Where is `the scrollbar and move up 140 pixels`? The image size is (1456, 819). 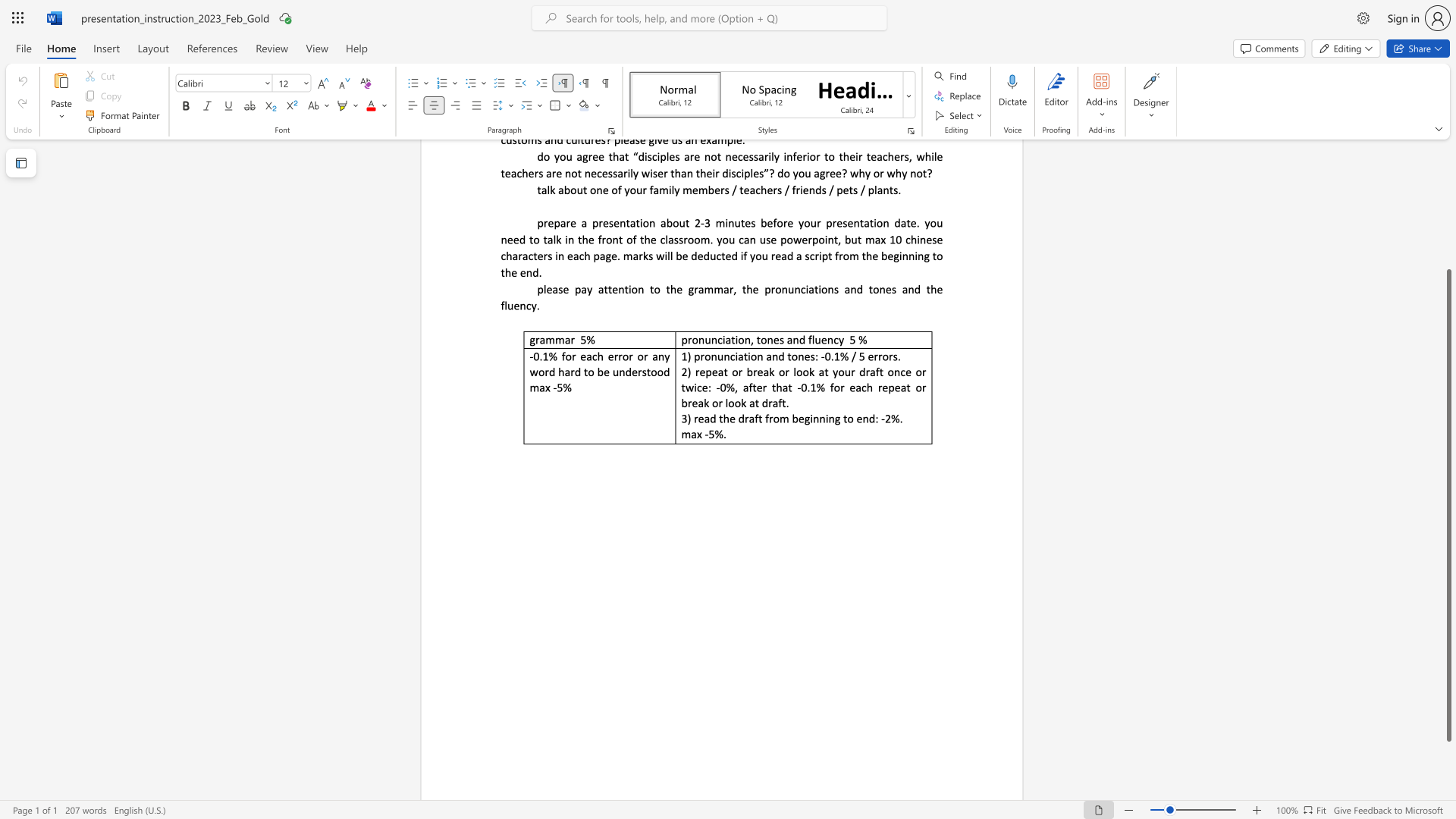
the scrollbar and move up 140 pixels is located at coordinates (1448, 505).